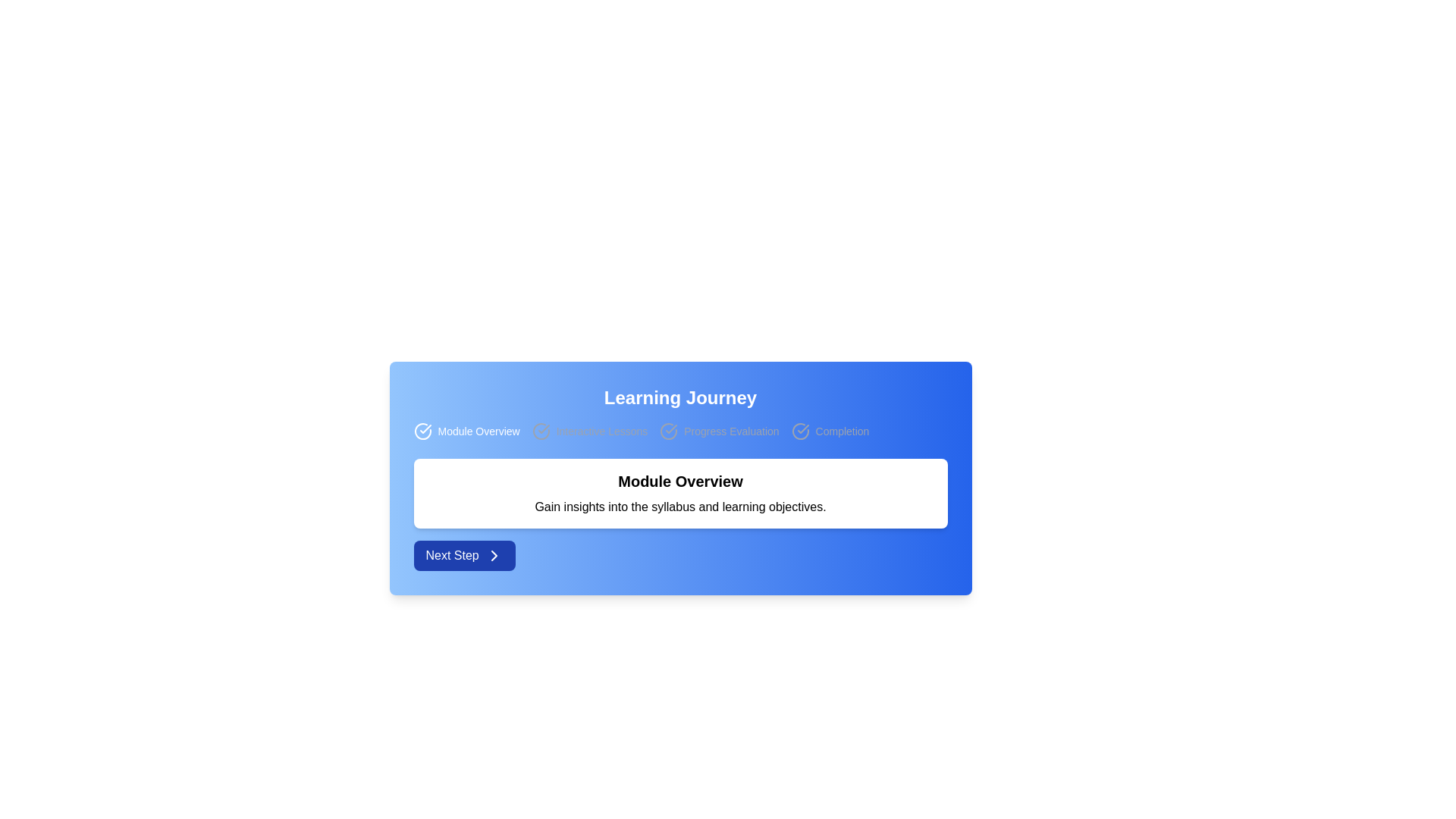 This screenshot has width=1456, height=819. What do you see at coordinates (588, 431) in the screenshot?
I see `the 'Interactive Lessons' text label with associated icon` at bounding box center [588, 431].